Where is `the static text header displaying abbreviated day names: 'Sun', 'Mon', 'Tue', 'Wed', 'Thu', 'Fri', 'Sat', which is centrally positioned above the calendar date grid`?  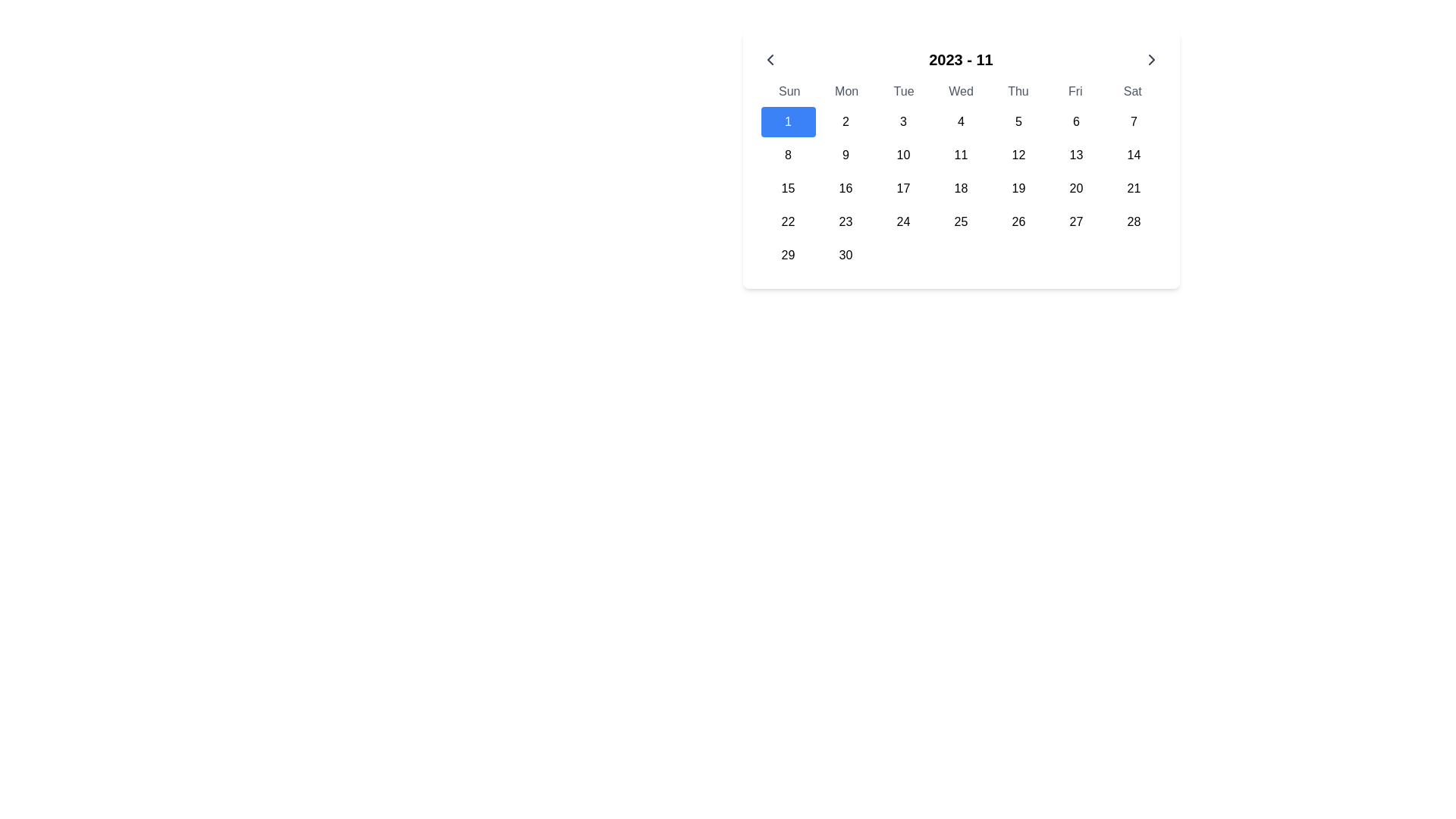 the static text header displaying abbreviated day names: 'Sun', 'Mon', 'Tue', 'Wed', 'Thu', 'Fri', 'Sat', which is centrally positioned above the calendar date grid is located at coordinates (960, 91).